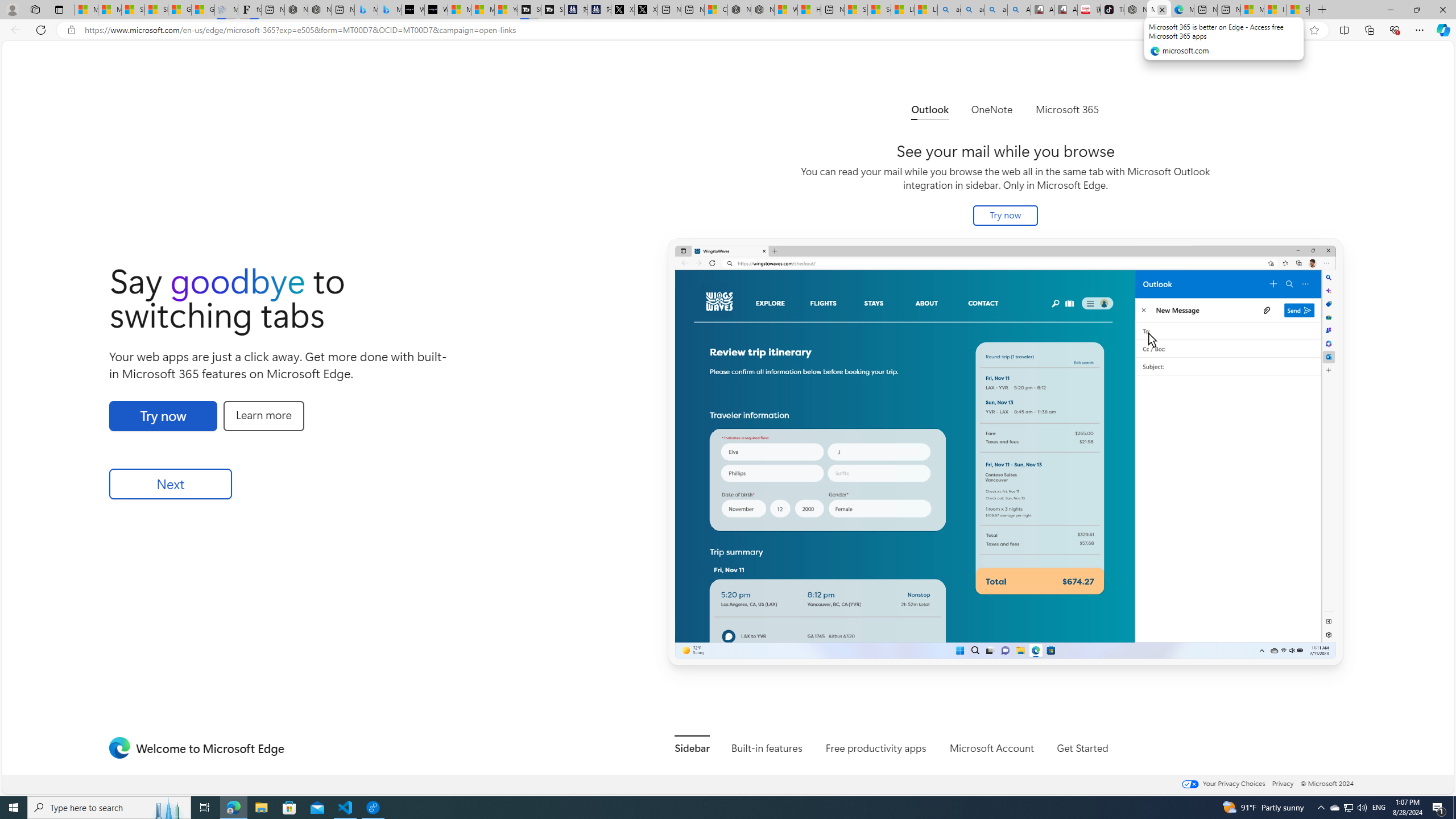  Describe the element at coordinates (1291, 30) in the screenshot. I see `'Enhance video'` at that location.